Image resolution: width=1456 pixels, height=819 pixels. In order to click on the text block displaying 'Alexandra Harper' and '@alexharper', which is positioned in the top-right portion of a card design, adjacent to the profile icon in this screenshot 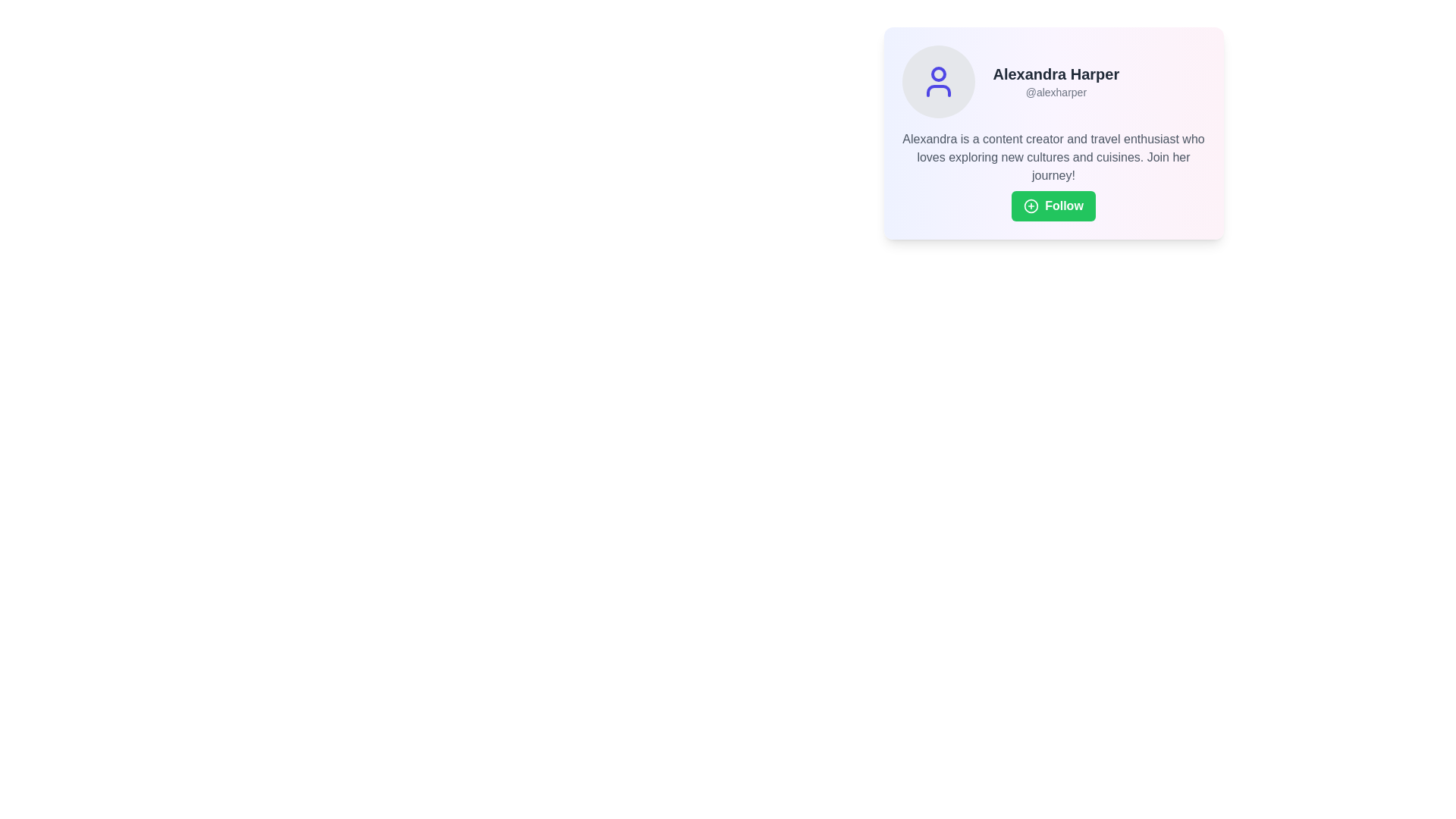, I will do `click(1055, 82)`.